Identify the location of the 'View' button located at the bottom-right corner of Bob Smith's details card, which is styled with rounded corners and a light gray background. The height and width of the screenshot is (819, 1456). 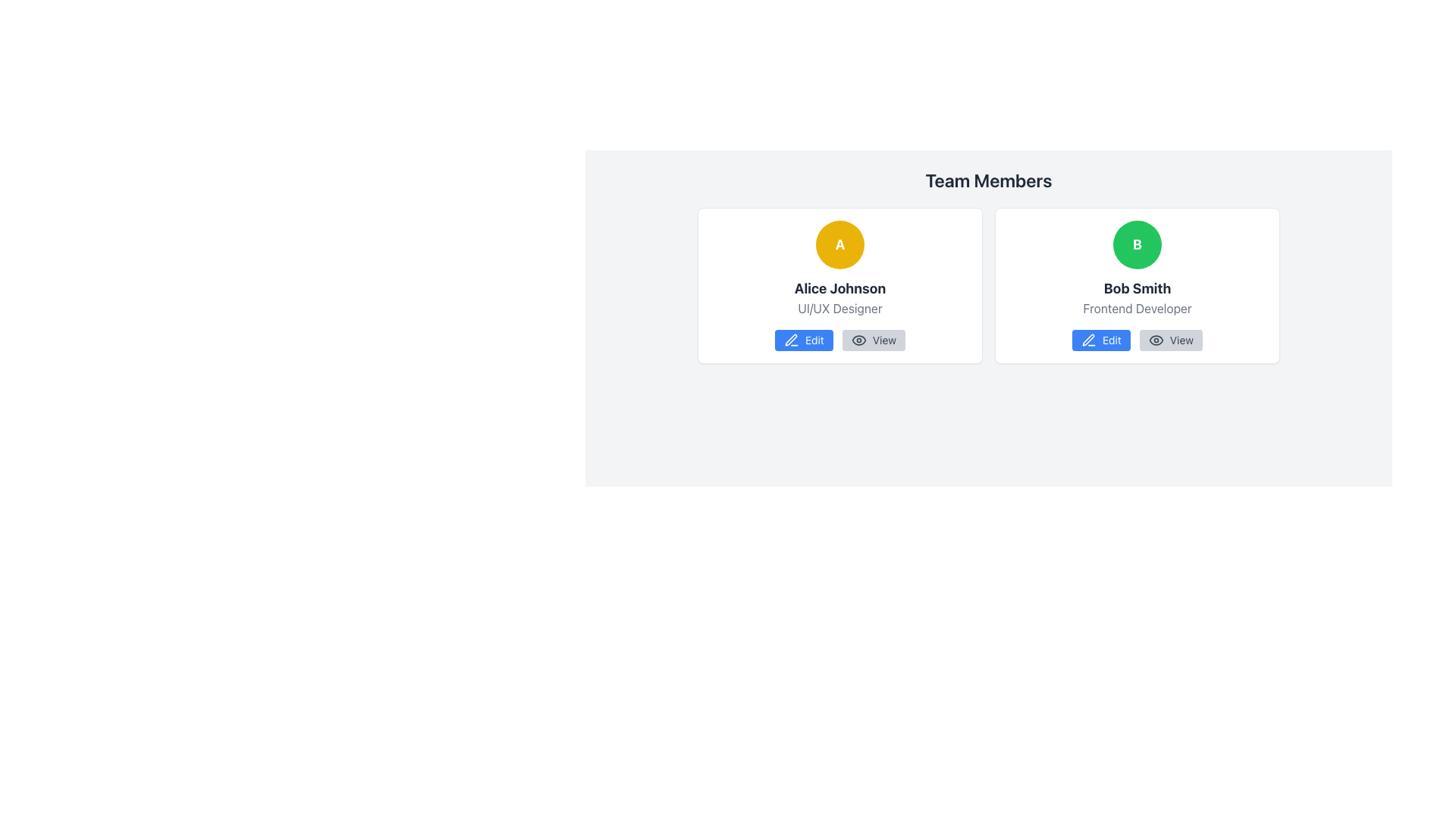
(1170, 339).